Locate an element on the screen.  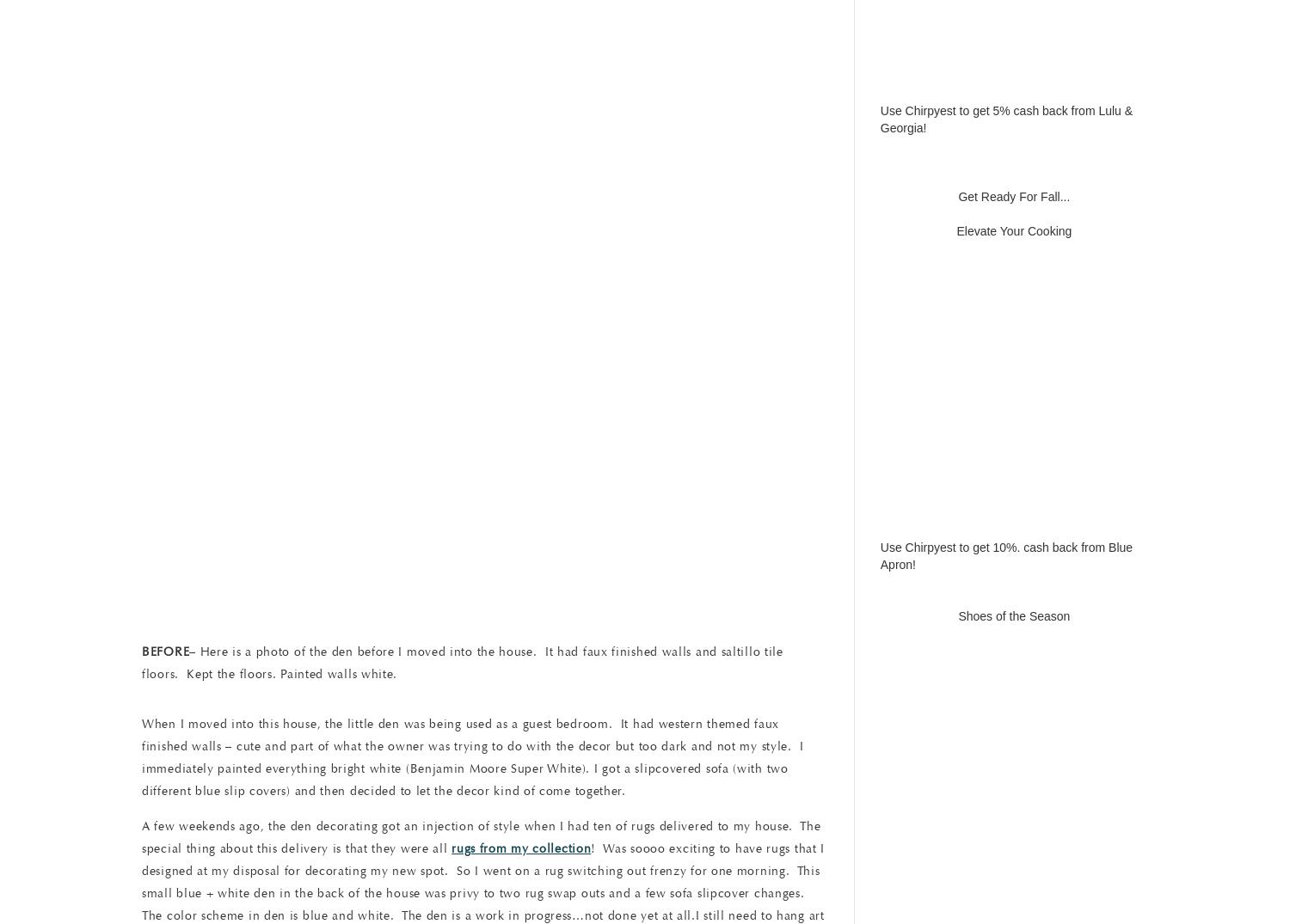
'Use Chirpyest to get 5% cash back from Lulu & Georgia!' is located at coordinates (1006, 118).